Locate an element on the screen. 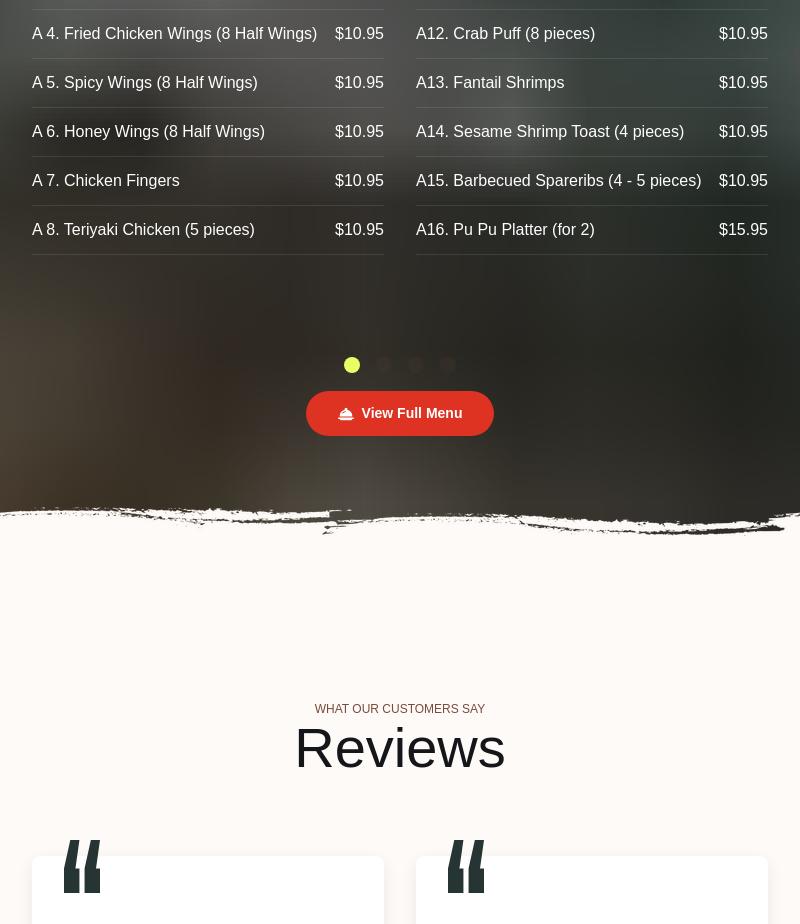 The width and height of the screenshot is (800, 924). 'A 8. Teriyaki Chicken (5 pieces)' is located at coordinates (142, 229).